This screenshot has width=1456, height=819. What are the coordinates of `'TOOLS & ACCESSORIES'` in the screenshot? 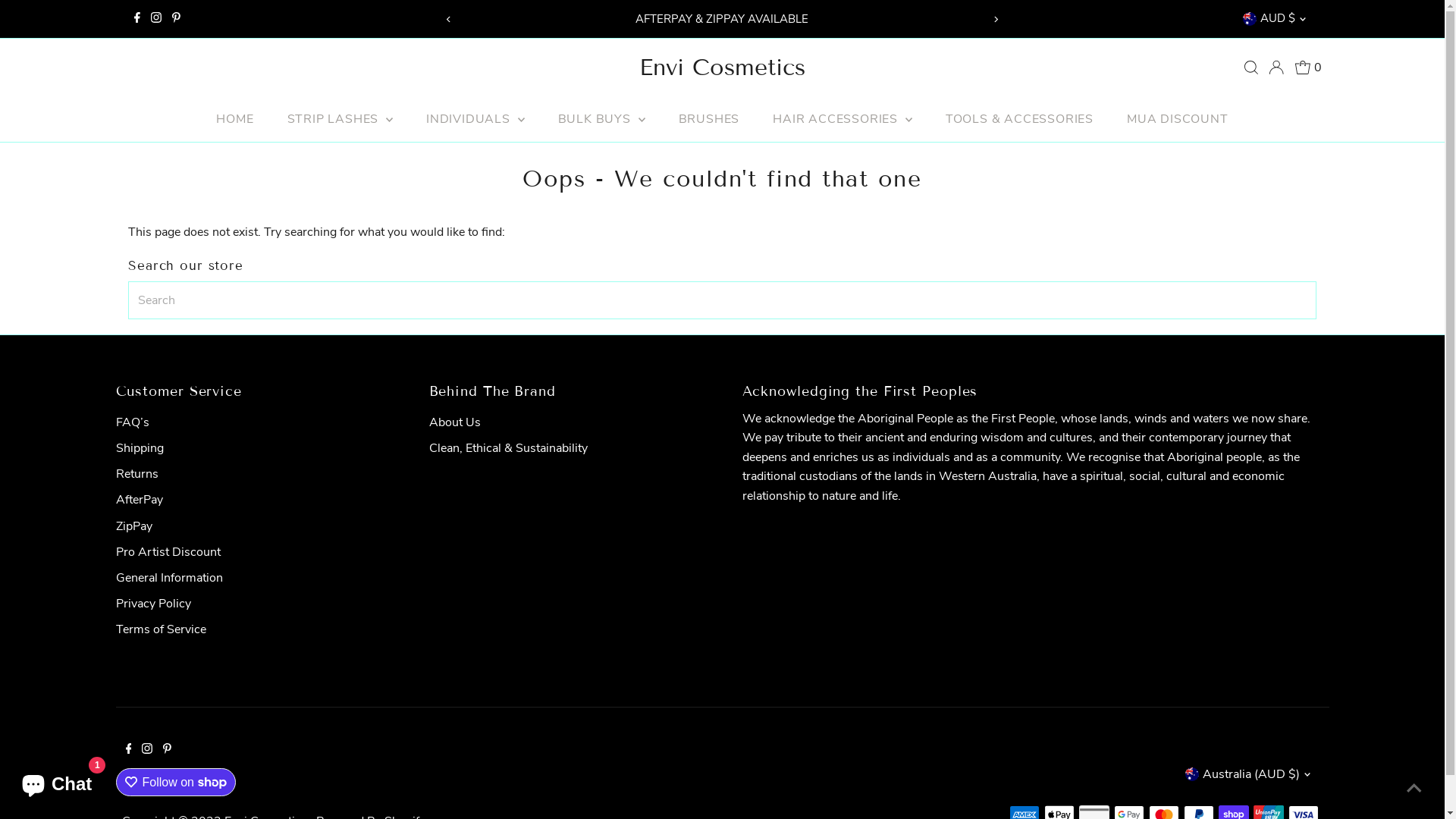 It's located at (1019, 118).